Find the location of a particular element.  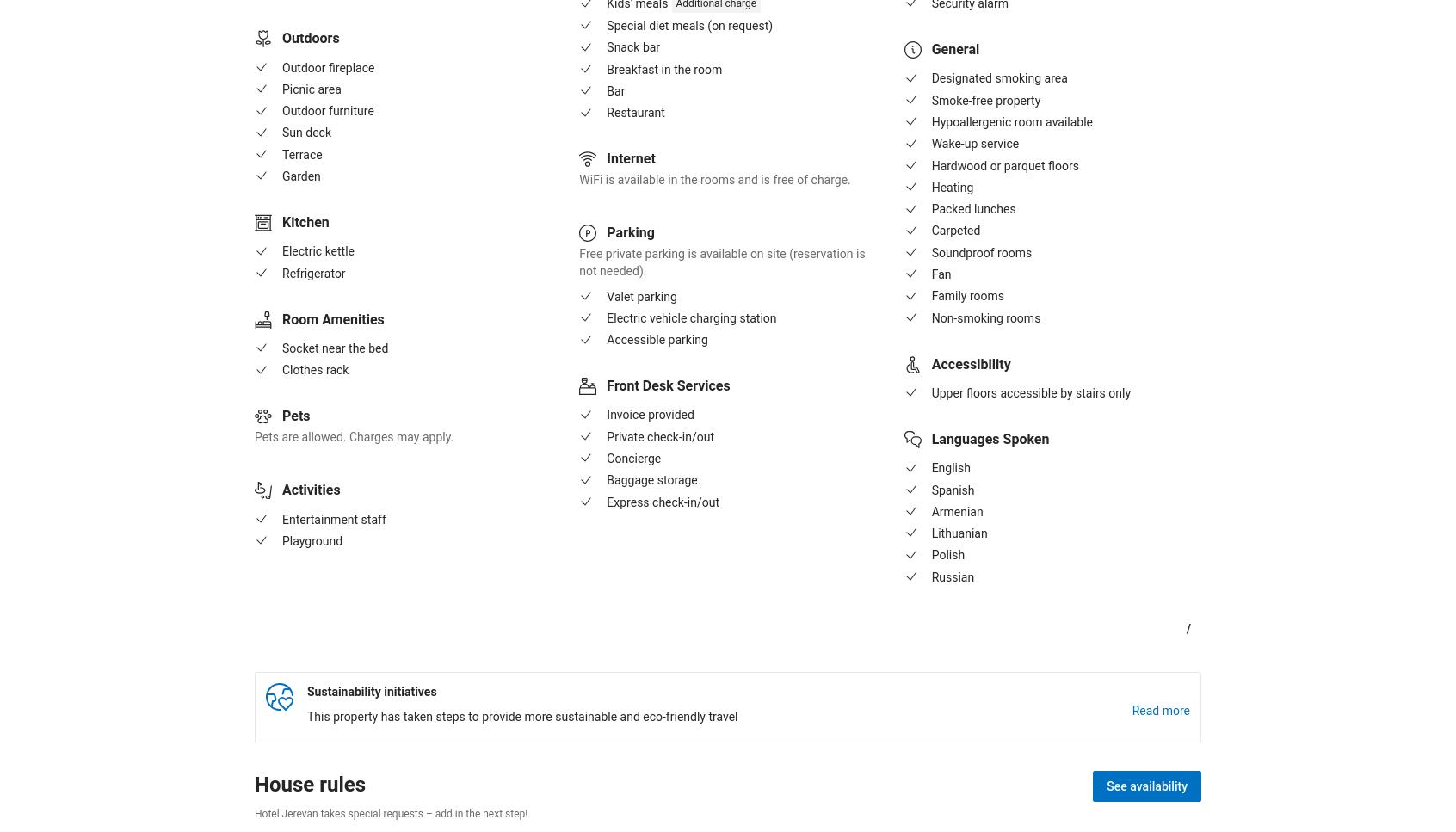

'Socket near the bed' is located at coordinates (335, 348).